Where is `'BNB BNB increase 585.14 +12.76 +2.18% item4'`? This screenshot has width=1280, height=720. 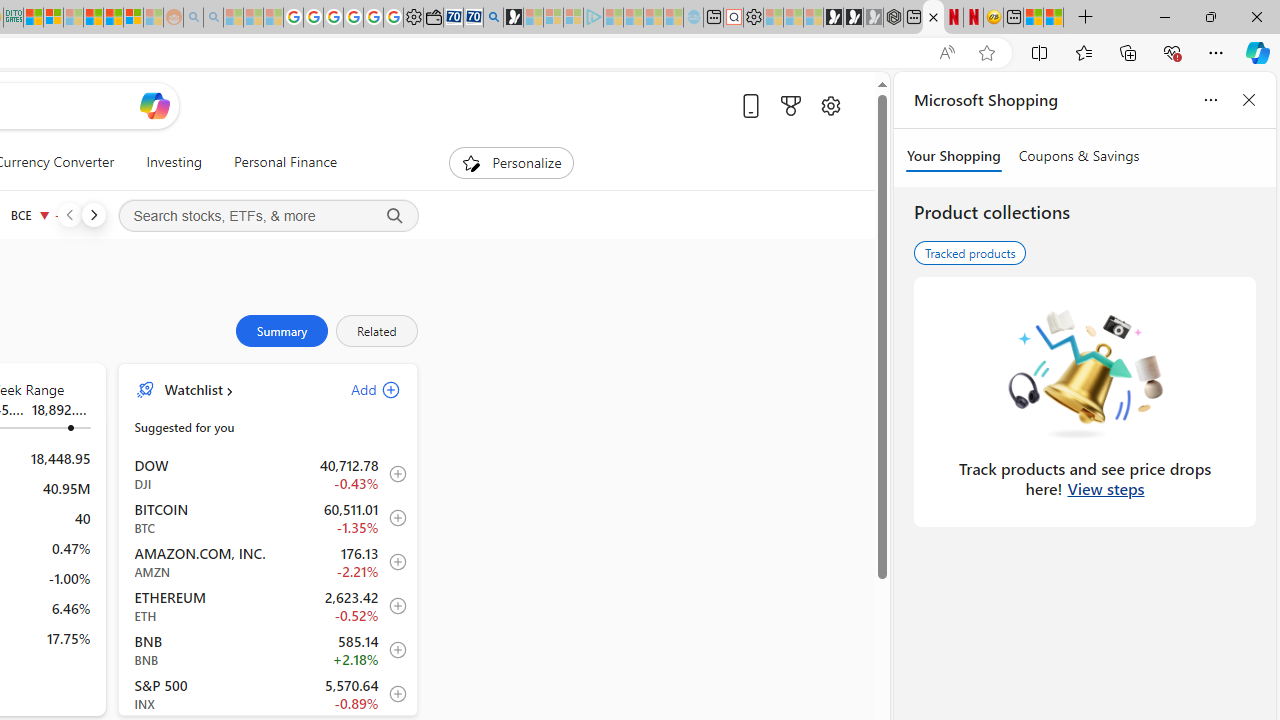
'BNB BNB increase 585.14 +12.76 +2.18% item4' is located at coordinates (267, 649).